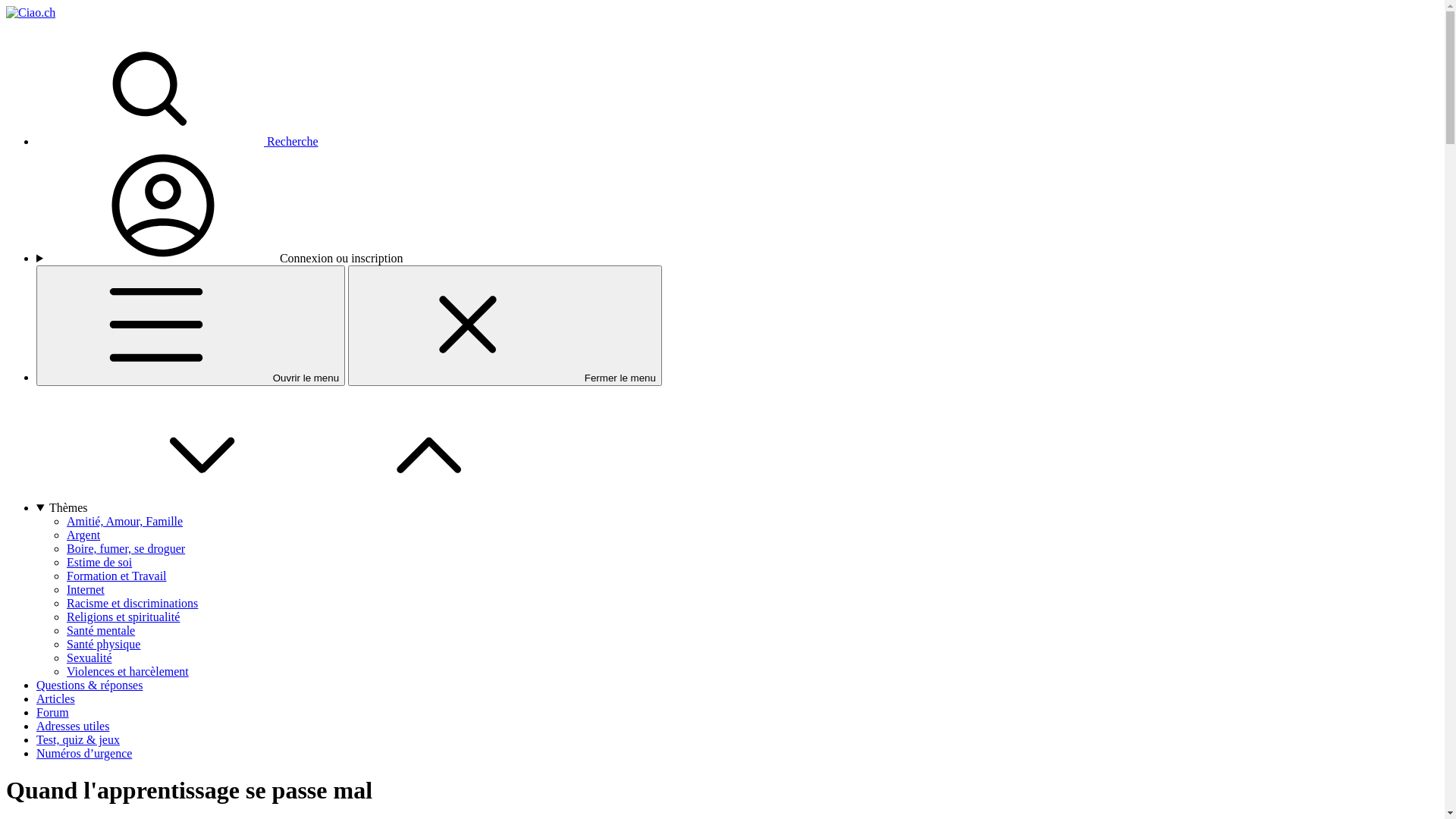 This screenshot has height=819, width=1456. Describe the element at coordinates (126, 548) in the screenshot. I see `'Boire, fumer, se droguer'` at that location.